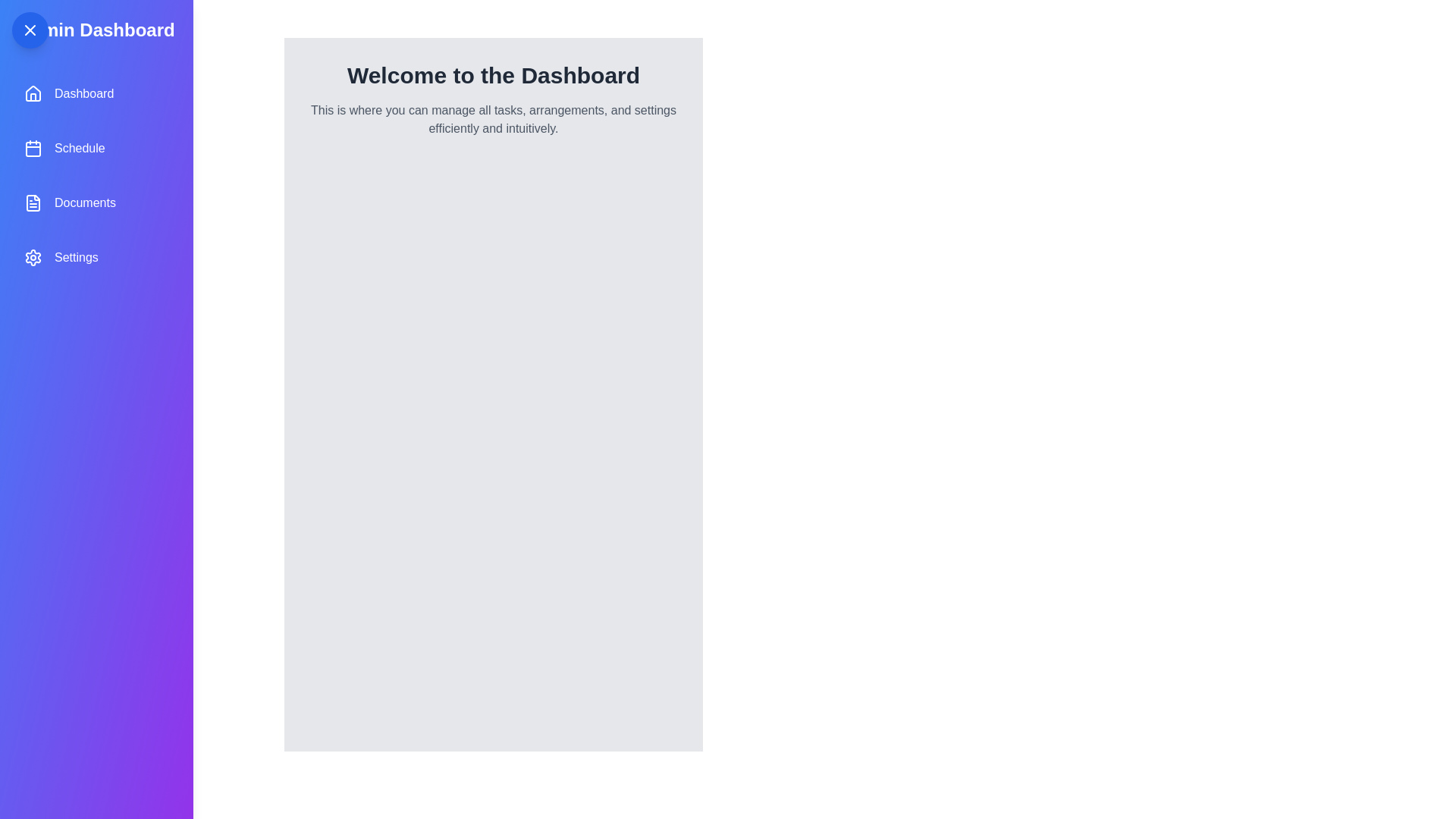 The height and width of the screenshot is (819, 1456). I want to click on the drawer button to toggle the sidebar visibility, so click(30, 30).